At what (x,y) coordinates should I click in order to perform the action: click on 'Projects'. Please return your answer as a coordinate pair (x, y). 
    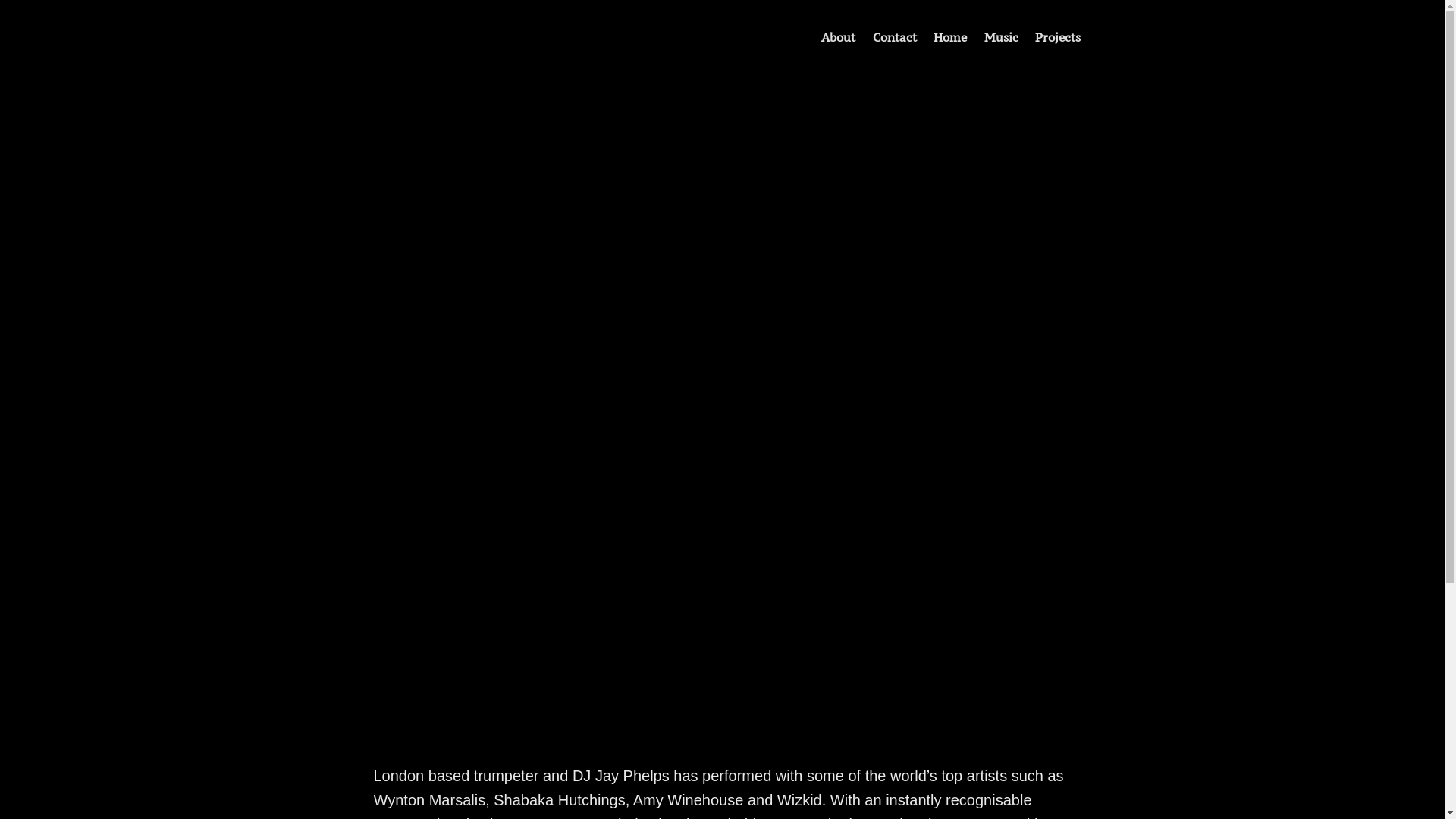
    Looking at the image, I should click on (1057, 35).